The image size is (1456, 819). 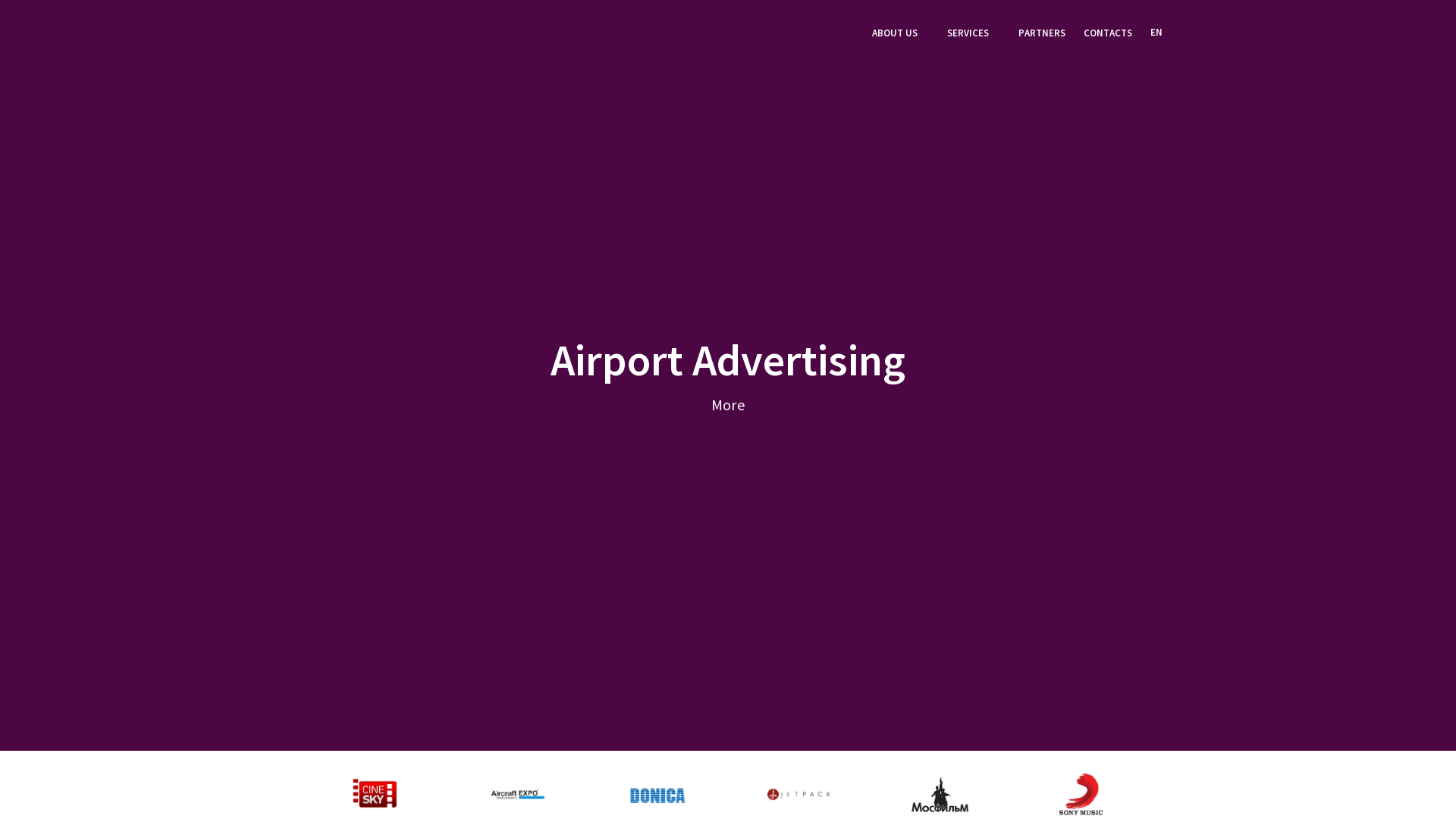 What do you see at coordinates (973, 34) in the screenshot?
I see `'SERVICES'` at bounding box center [973, 34].